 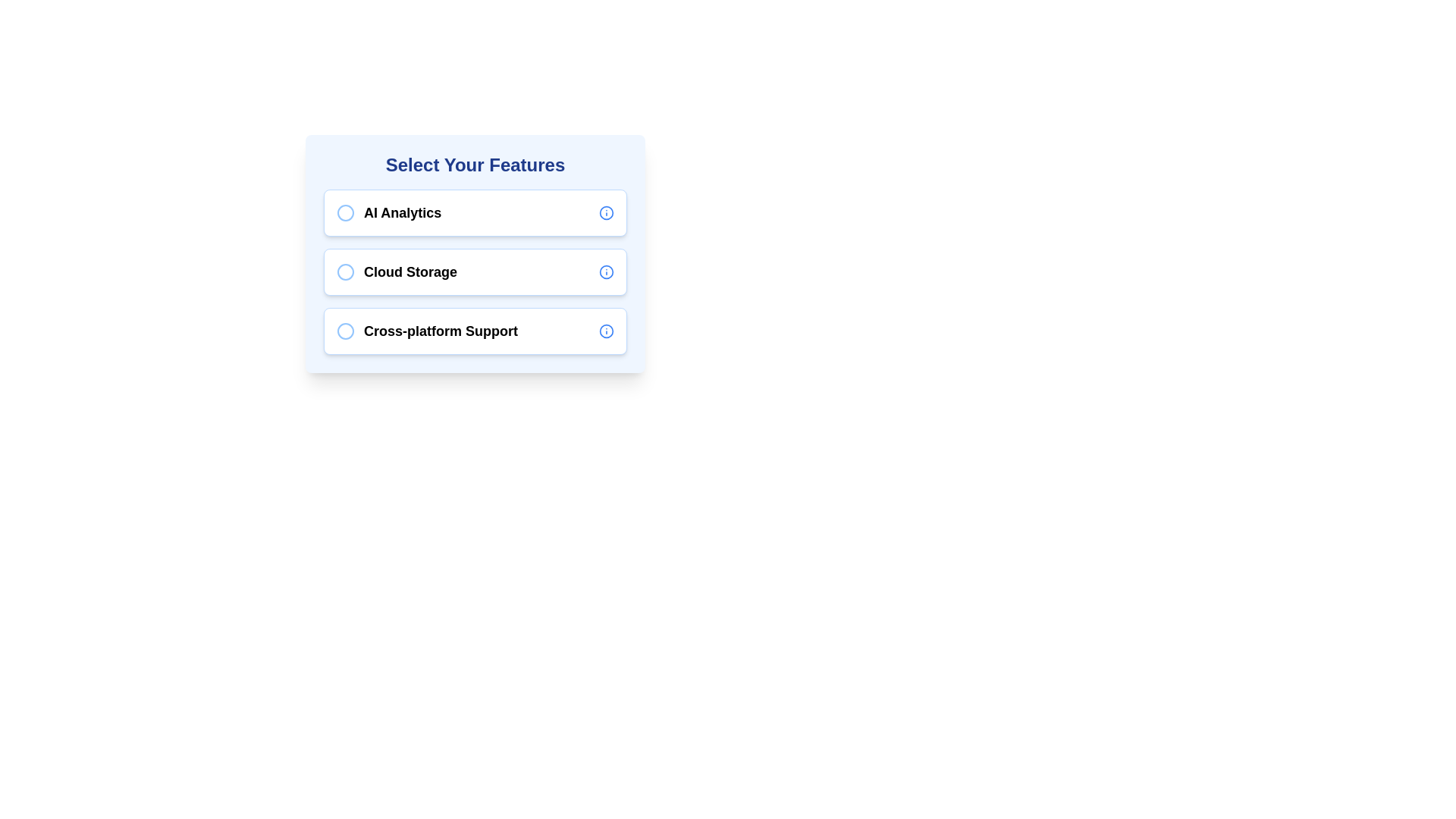 What do you see at coordinates (475, 213) in the screenshot?
I see `the radio button for the 'AI Analytics' feature, which is the first option in a vertically stacked layout of selectable items` at bounding box center [475, 213].